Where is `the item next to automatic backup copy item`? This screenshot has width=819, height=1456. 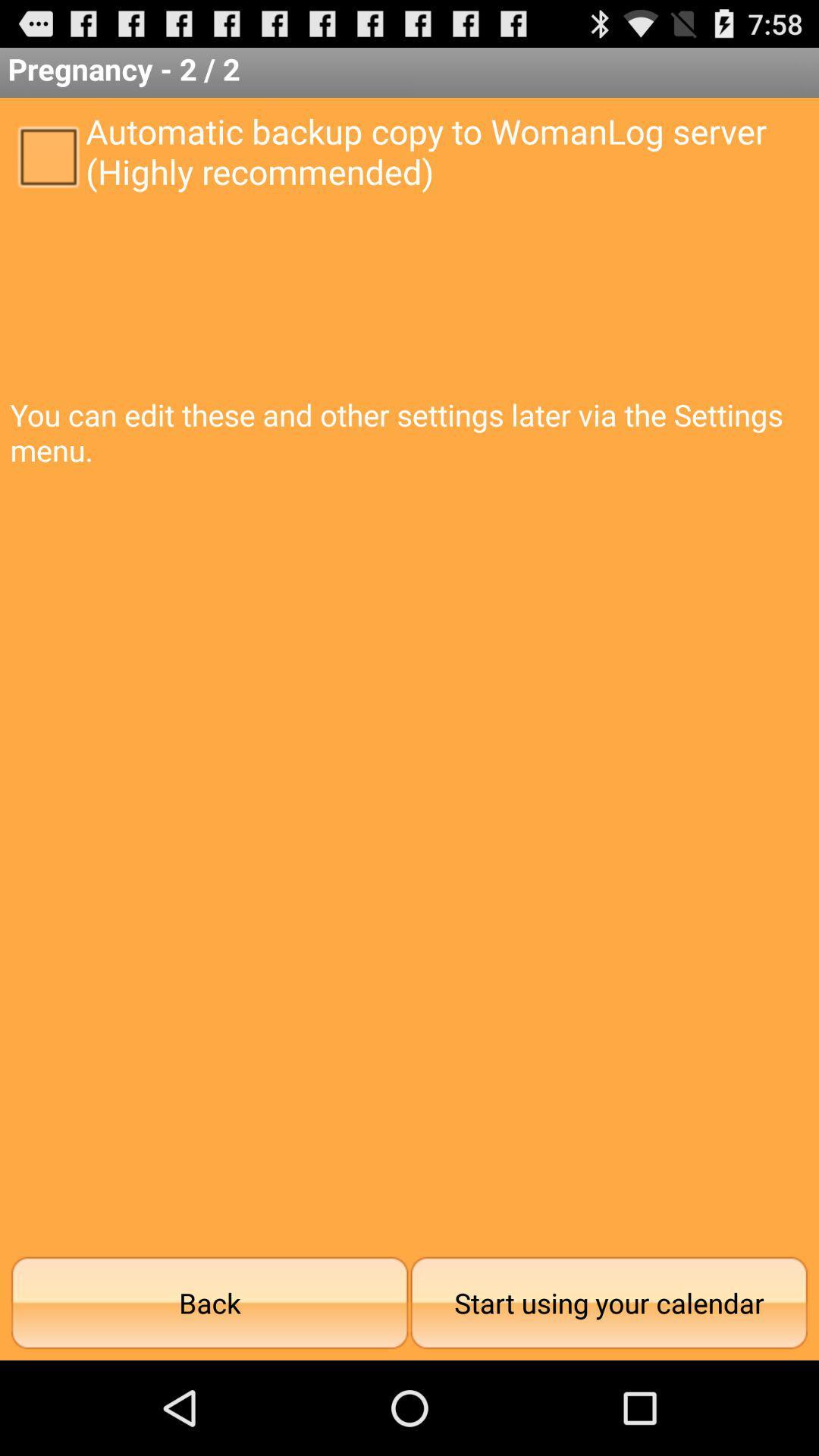 the item next to automatic backup copy item is located at coordinates (47, 155).